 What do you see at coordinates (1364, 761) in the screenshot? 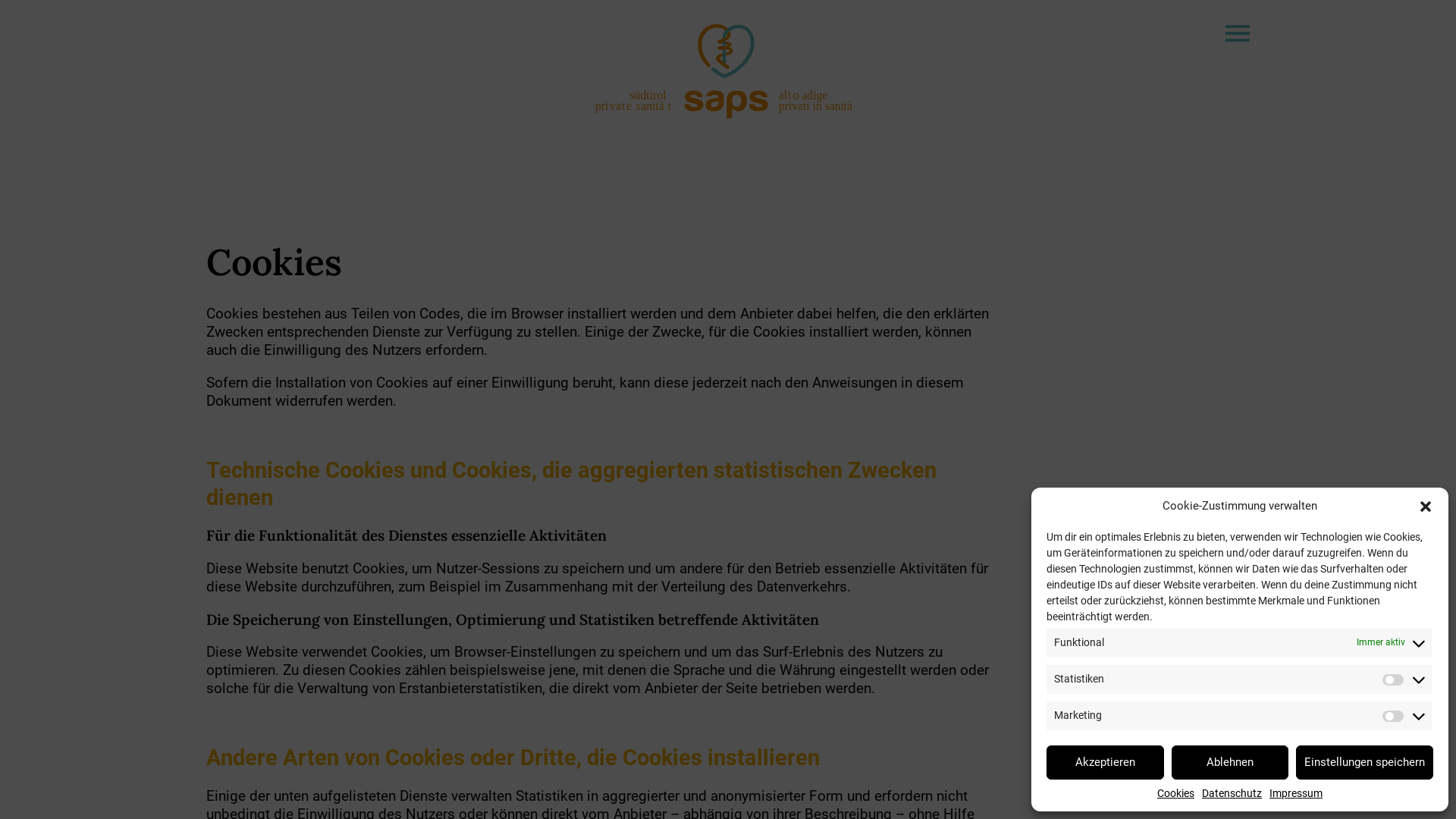
I see `'Einstellungen speichern'` at bounding box center [1364, 761].